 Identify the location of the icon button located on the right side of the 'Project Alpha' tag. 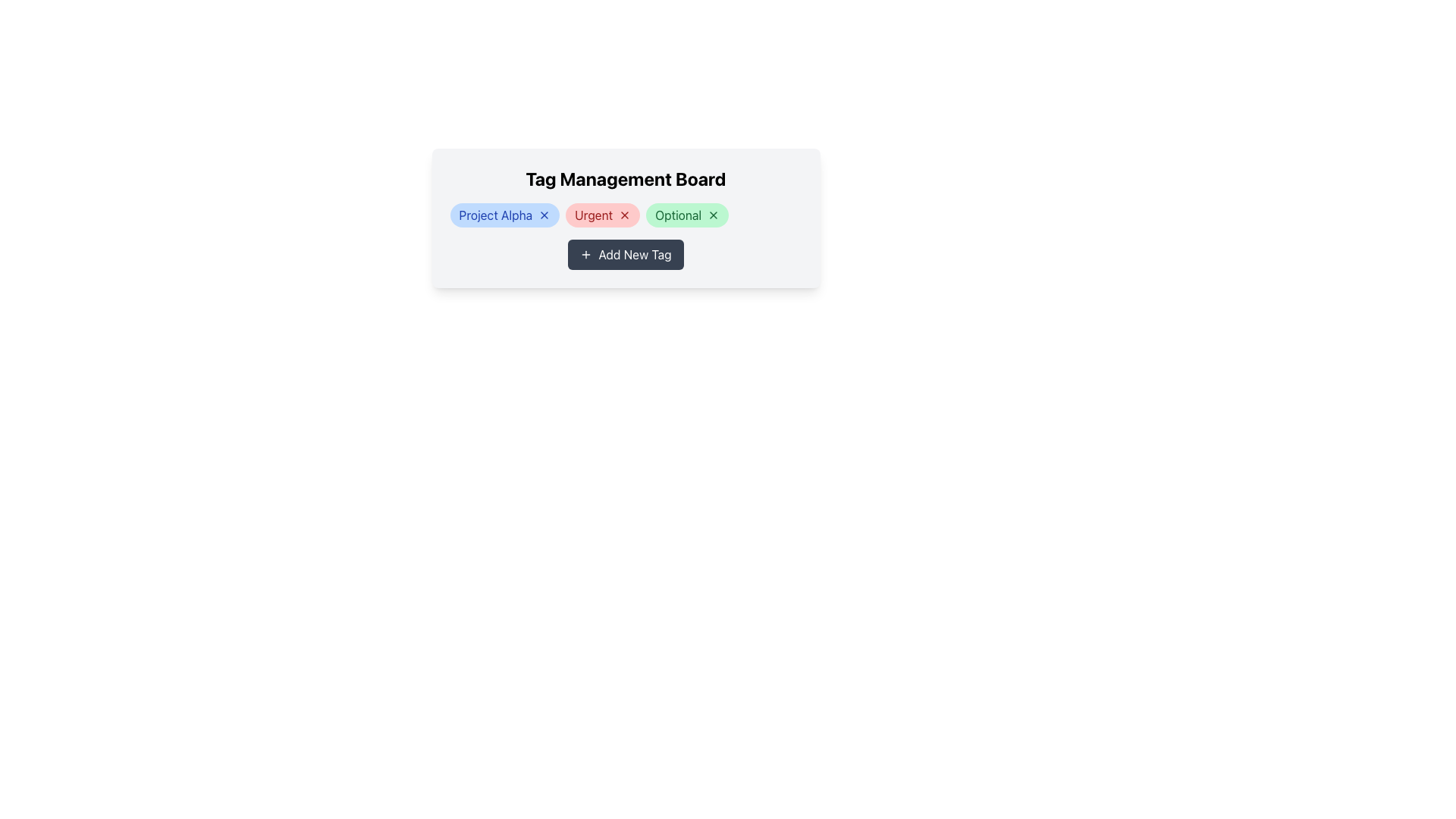
(544, 215).